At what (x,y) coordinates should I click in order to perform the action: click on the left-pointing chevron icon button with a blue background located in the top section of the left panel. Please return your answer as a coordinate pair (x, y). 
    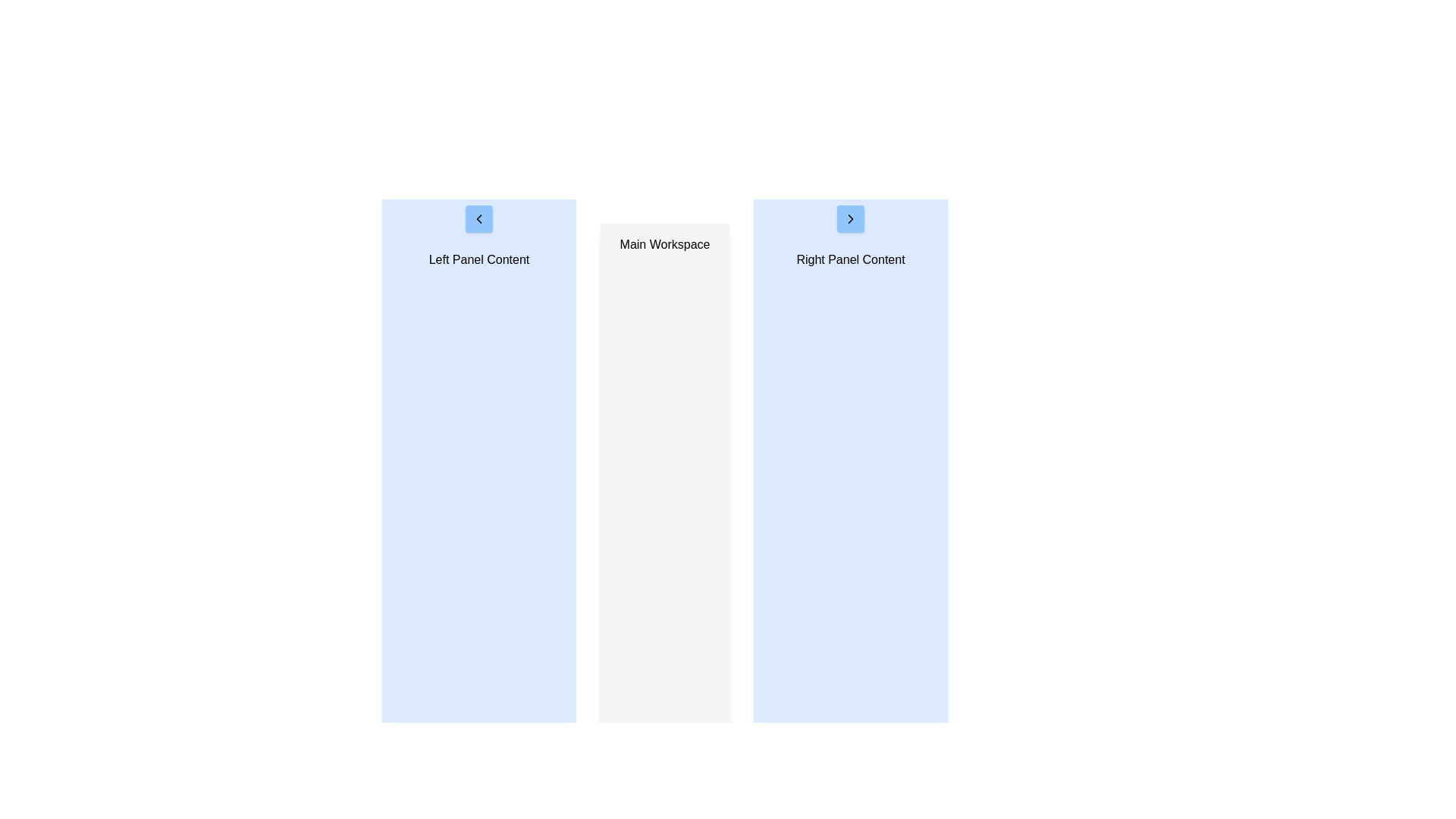
    Looking at the image, I should click on (479, 219).